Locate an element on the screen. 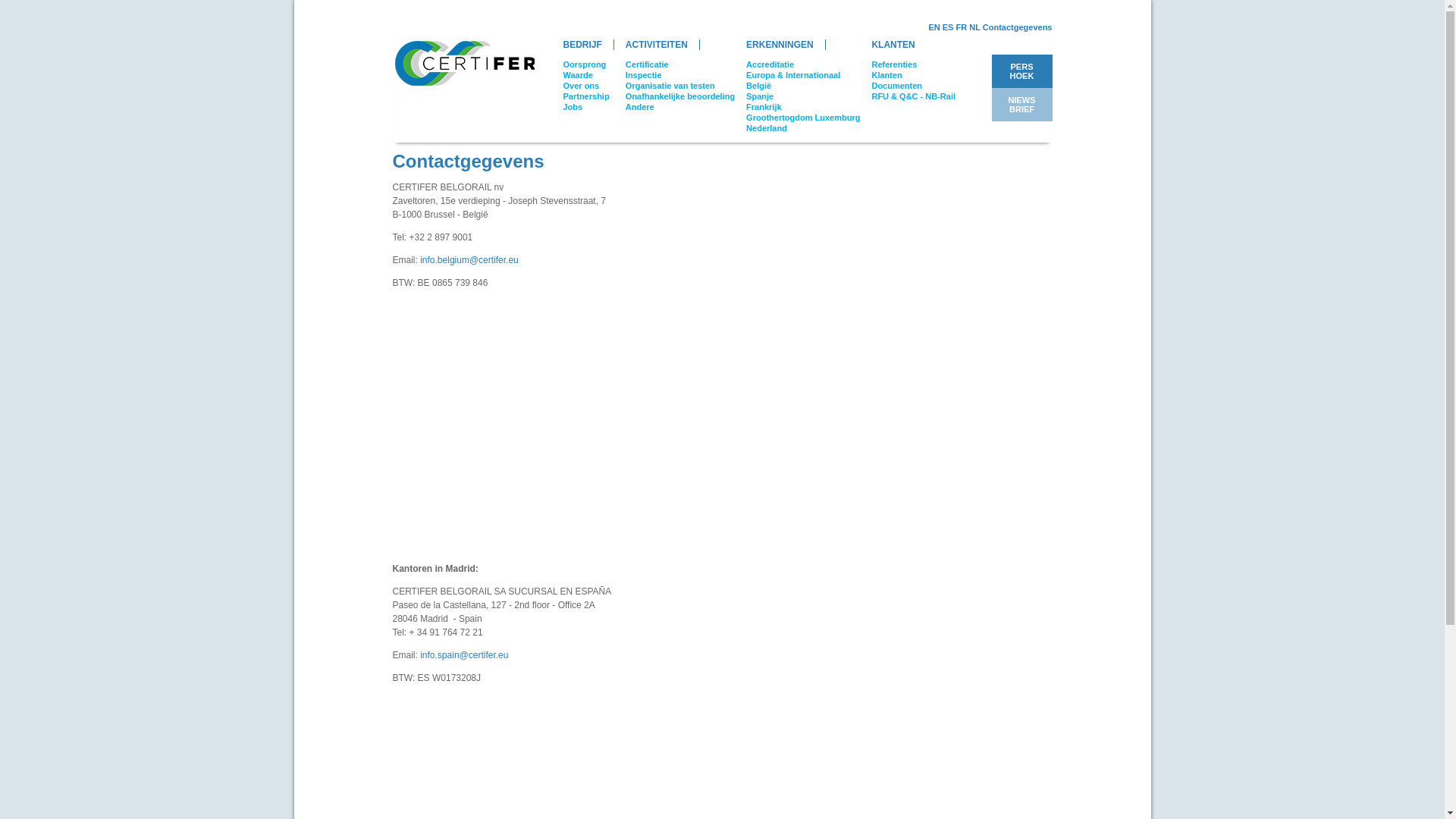 The height and width of the screenshot is (819, 1456). 'ERKENNINGEN' is located at coordinates (780, 43).